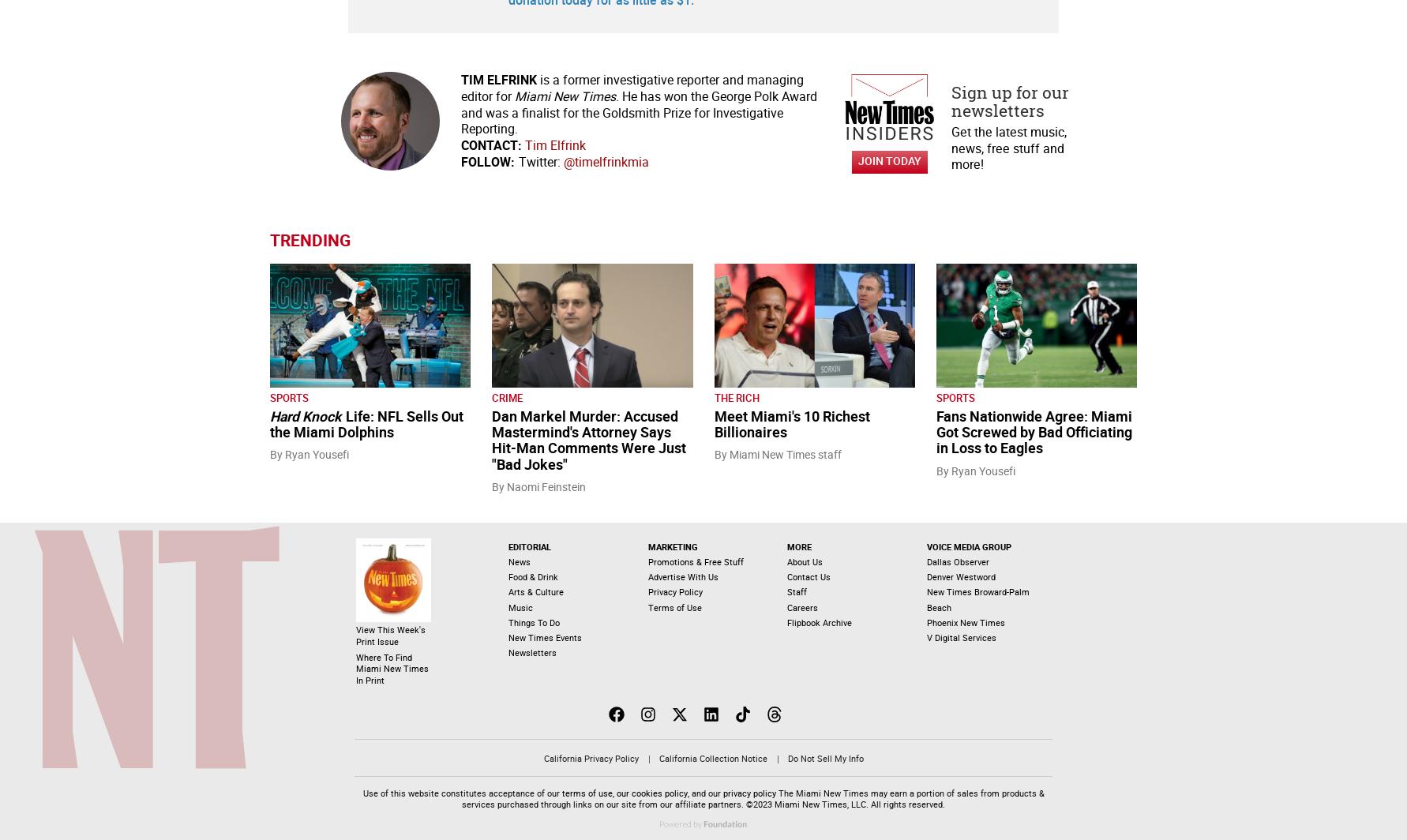 This screenshot has height=840, width=1407. What do you see at coordinates (366, 424) in the screenshot?
I see `'Life: NFL Sells Out the Miami Dolphins'` at bounding box center [366, 424].